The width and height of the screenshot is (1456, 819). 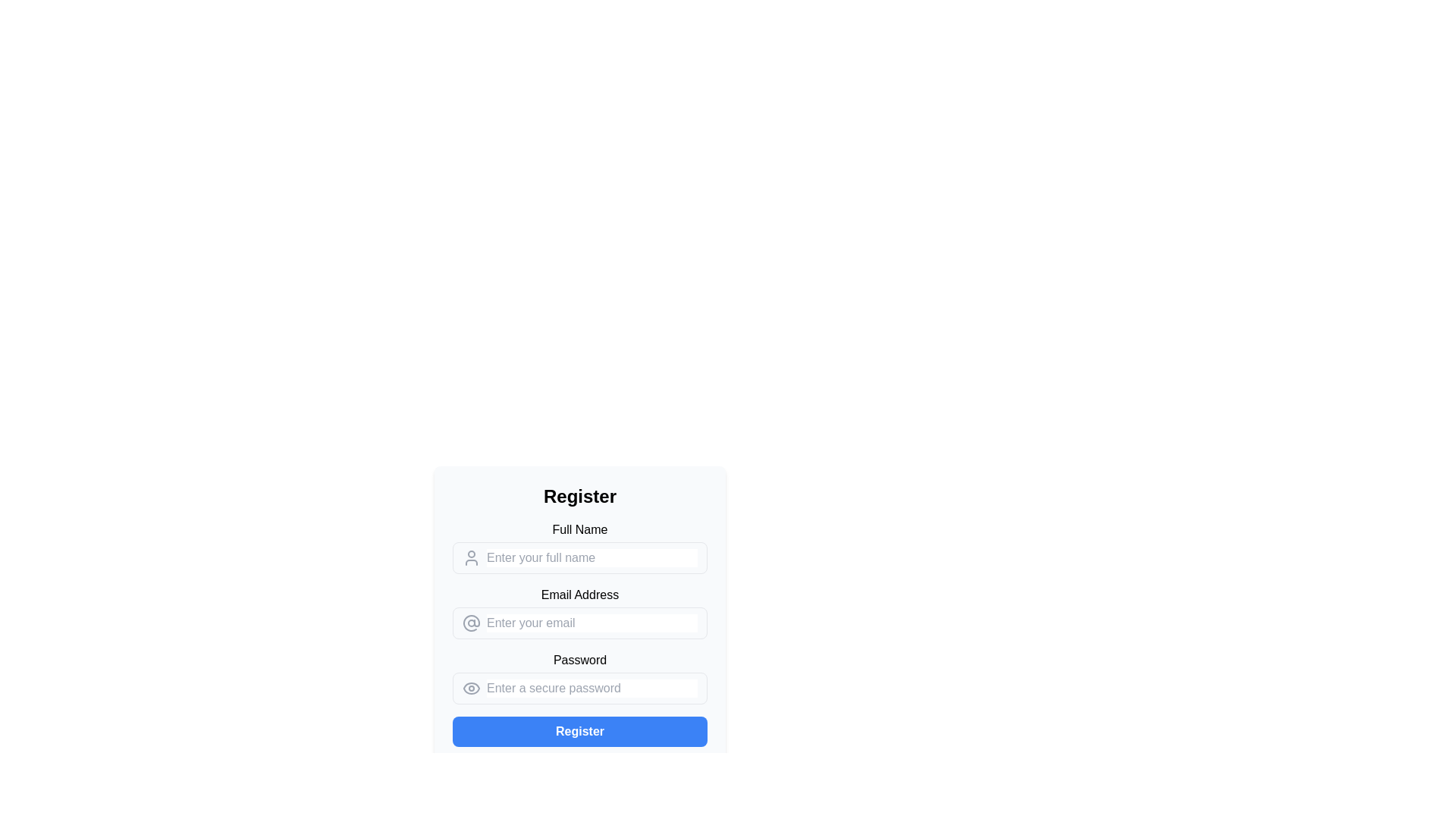 I want to click on the text input field for 'Full Name', so click(x=591, y=558).